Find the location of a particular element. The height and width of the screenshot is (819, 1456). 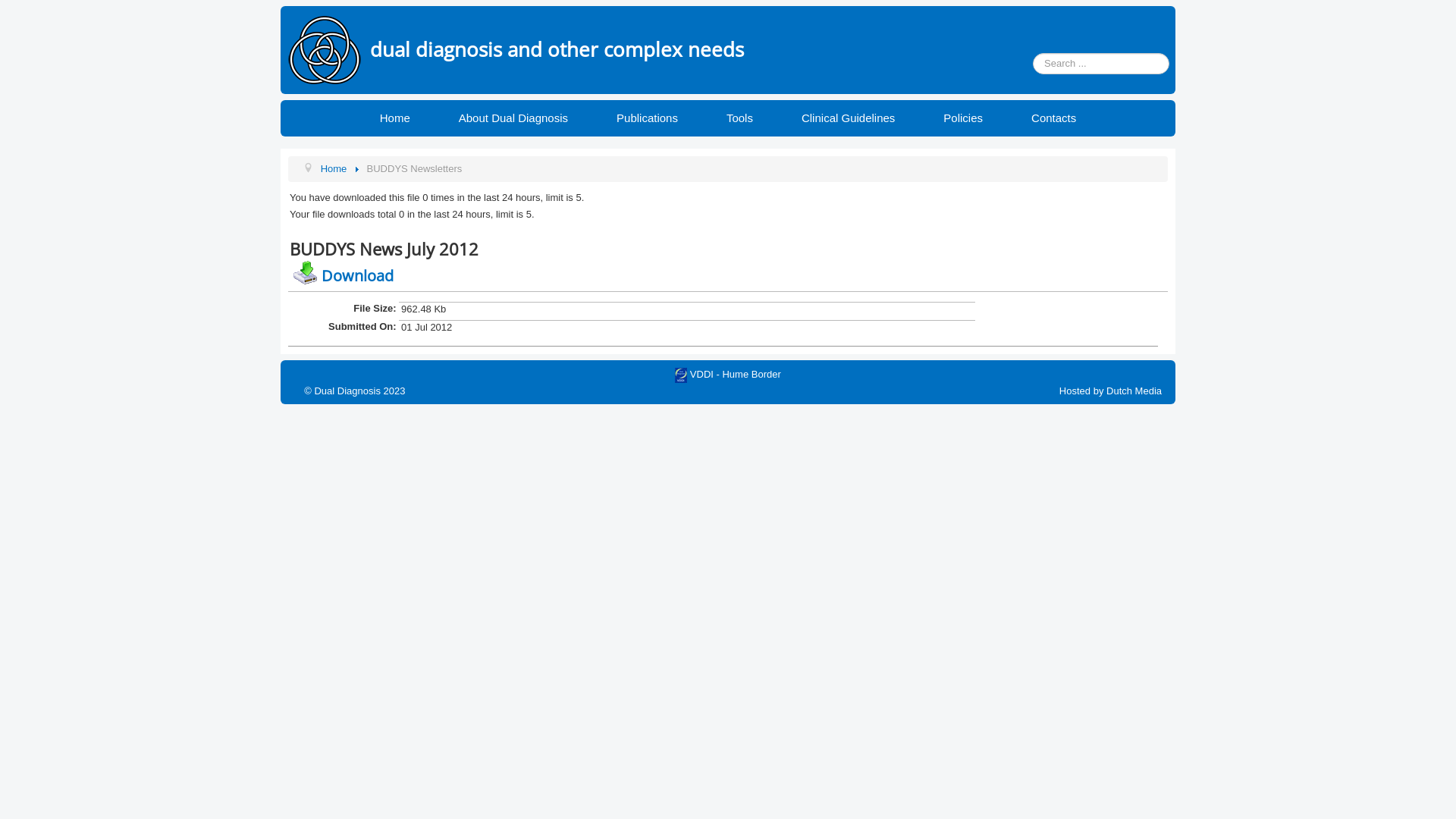

'About Dual Diagnosis' is located at coordinates (513, 117).